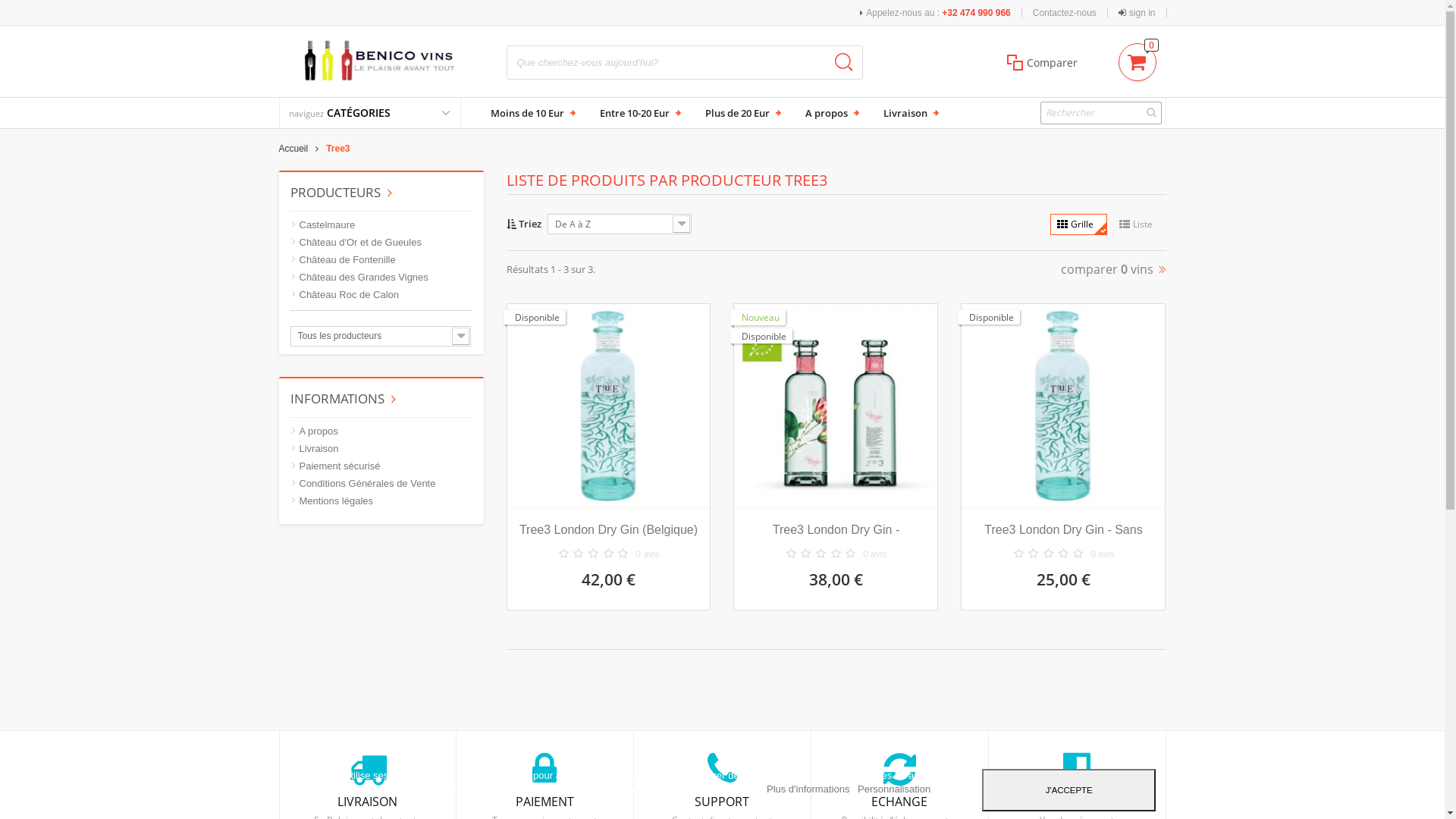 The height and width of the screenshot is (819, 1456). What do you see at coordinates (1077, 224) in the screenshot?
I see `'Grille'` at bounding box center [1077, 224].